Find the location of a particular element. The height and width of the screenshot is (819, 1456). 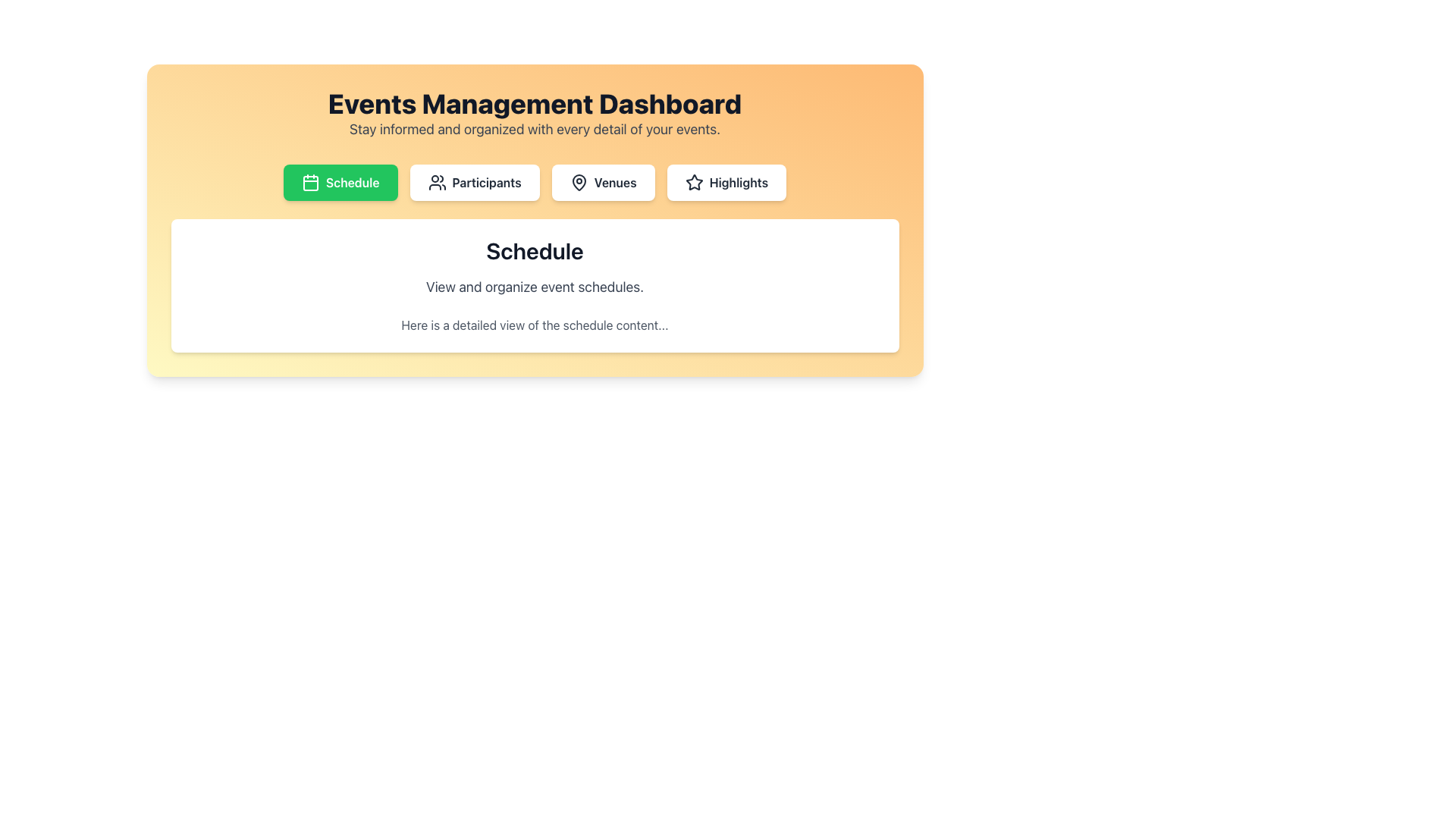

the static text element that says 'Stay informed and organized with every detail of your events.' which is positioned below the 'Events Management Dashboard' title is located at coordinates (535, 128).